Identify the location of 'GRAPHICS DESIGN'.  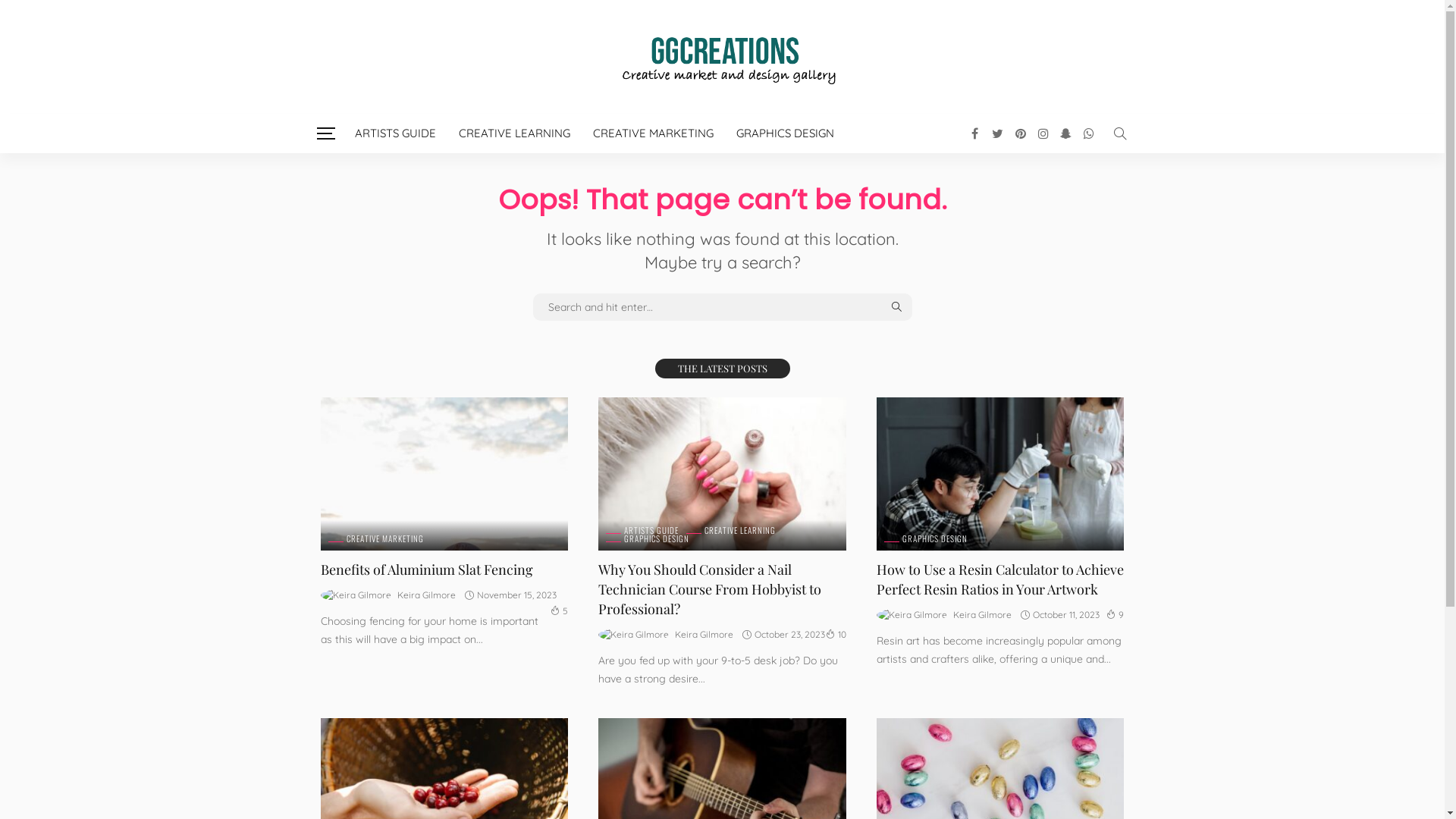
(648, 538).